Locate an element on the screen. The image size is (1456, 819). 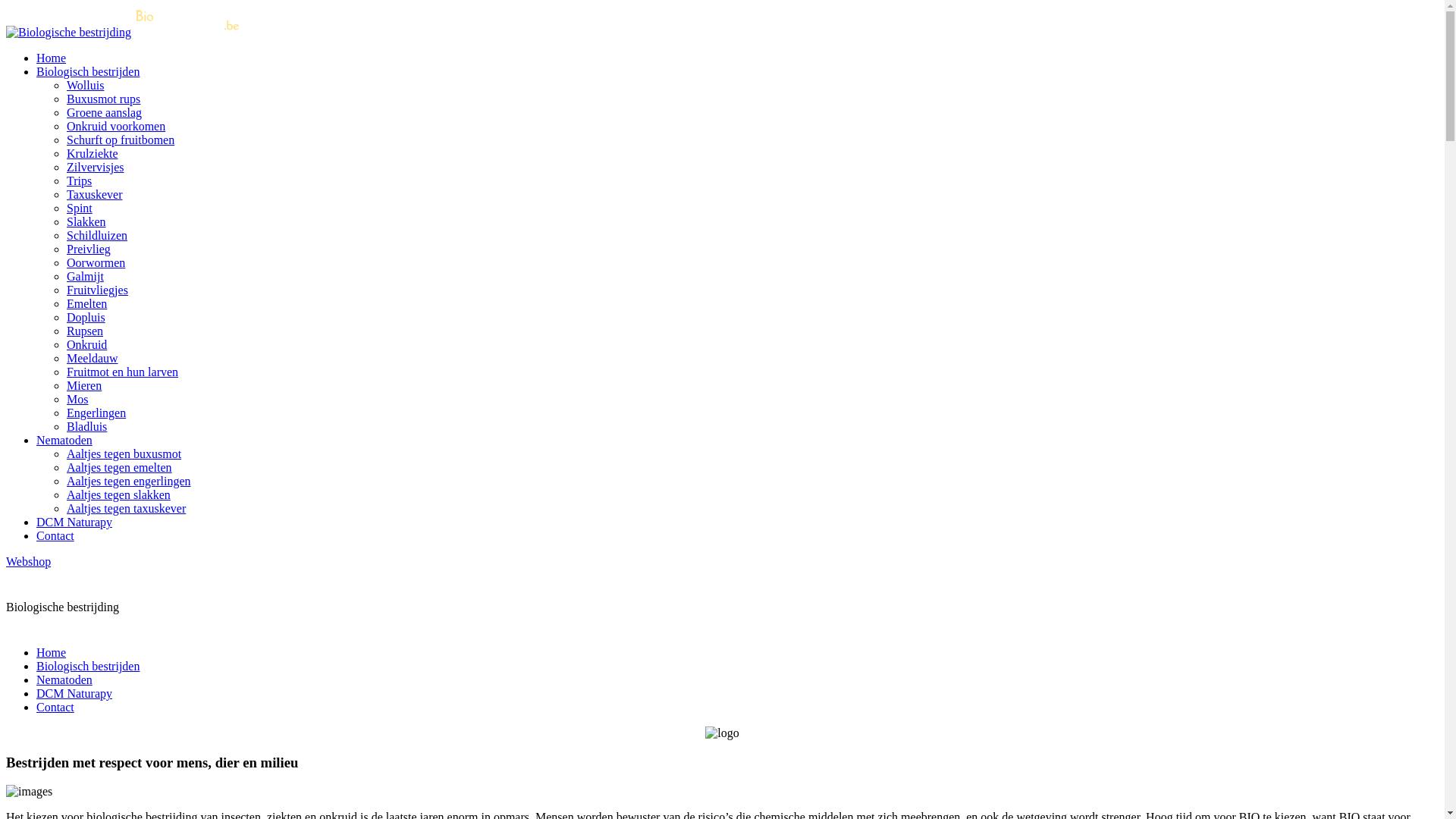
'Aaltjes tegen engerlingen' is located at coordinates (65, 481).